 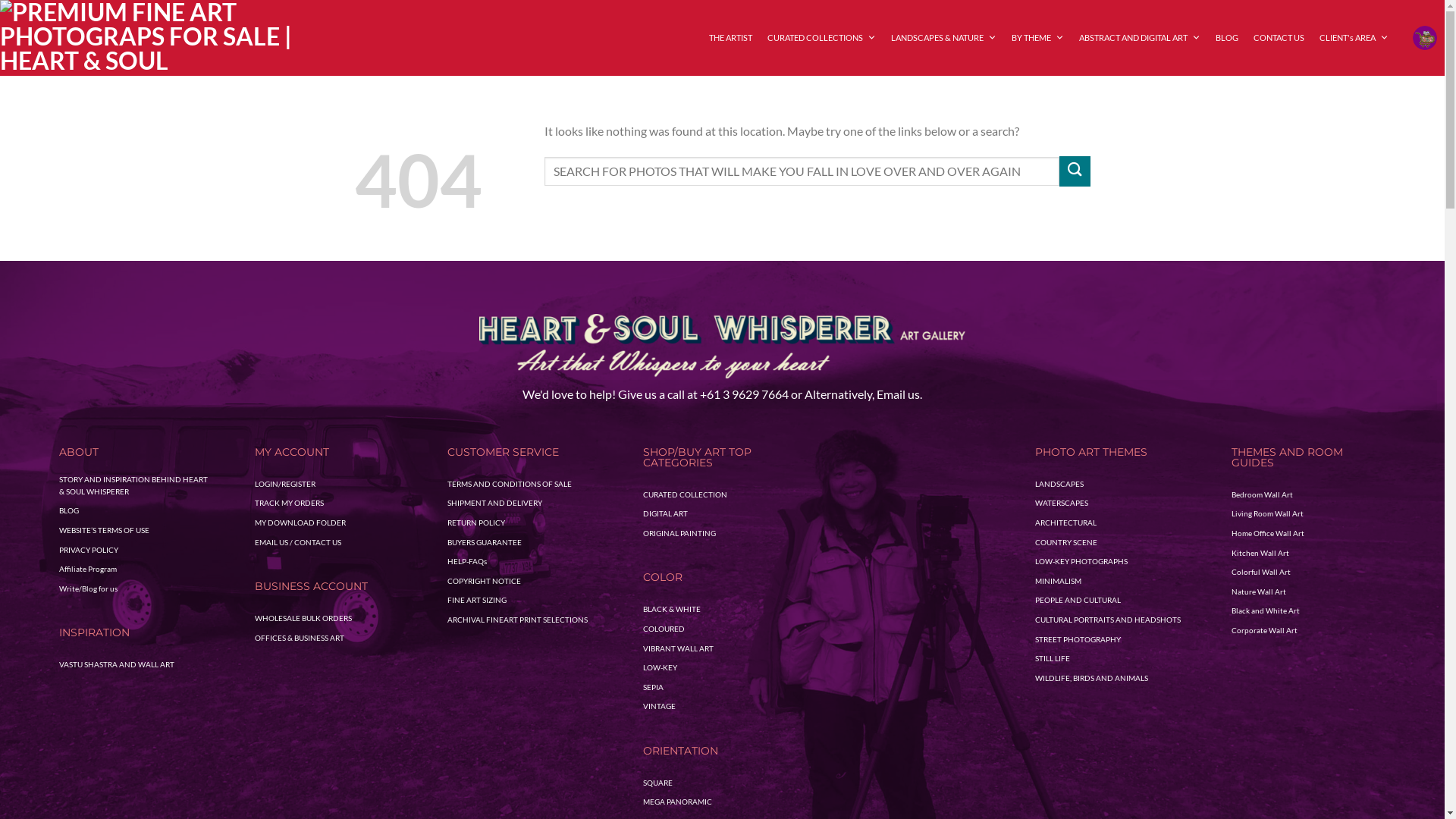 What do you see at coordinates (58, 485) in the screenshot?
I see `'STORY AND INSPIRATION BEHIND HEART & SOUL WHISPERER'` at bounding box center [58, 485].